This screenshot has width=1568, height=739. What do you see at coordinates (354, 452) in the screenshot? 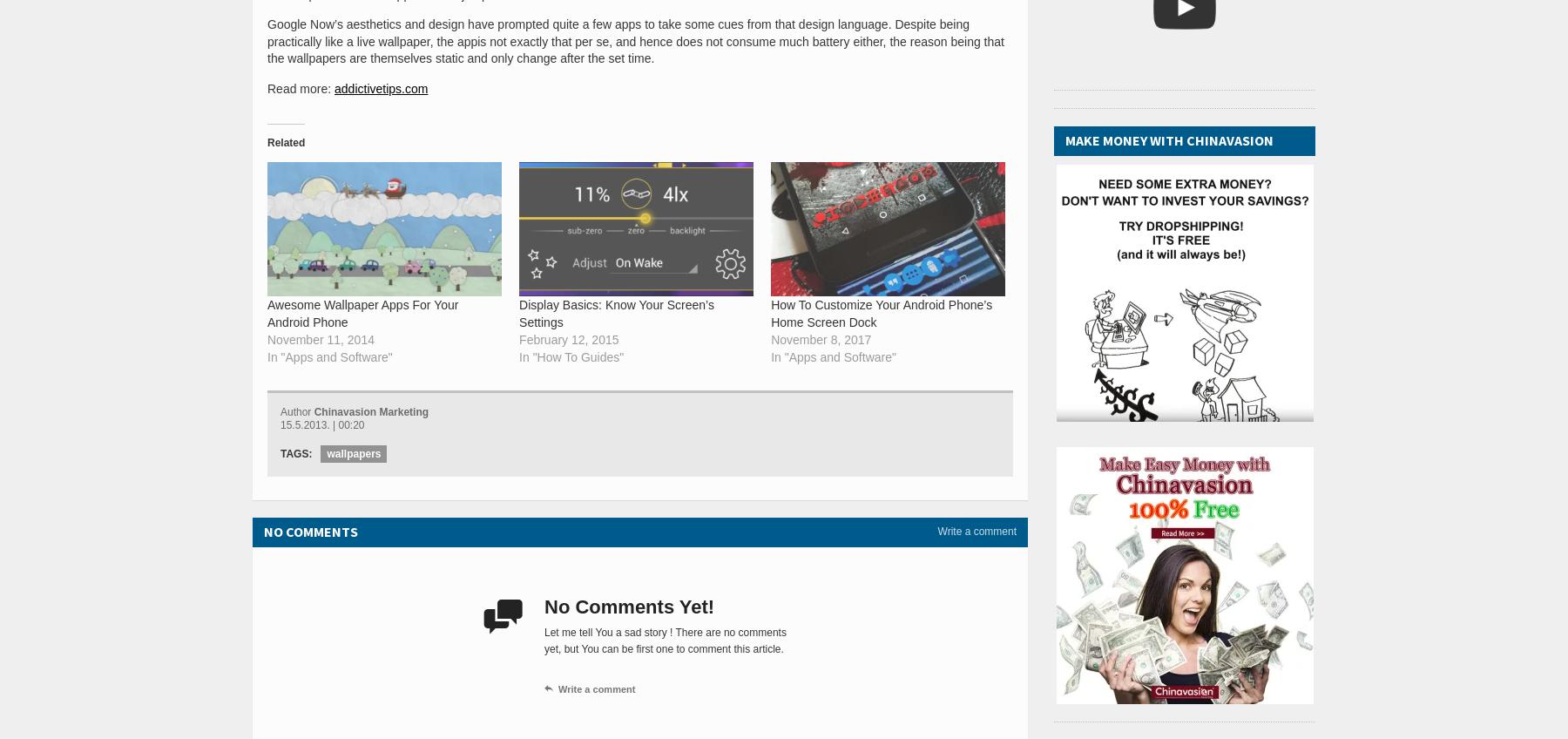
I see `'wallpapers'` at bounding box center [354, 452].